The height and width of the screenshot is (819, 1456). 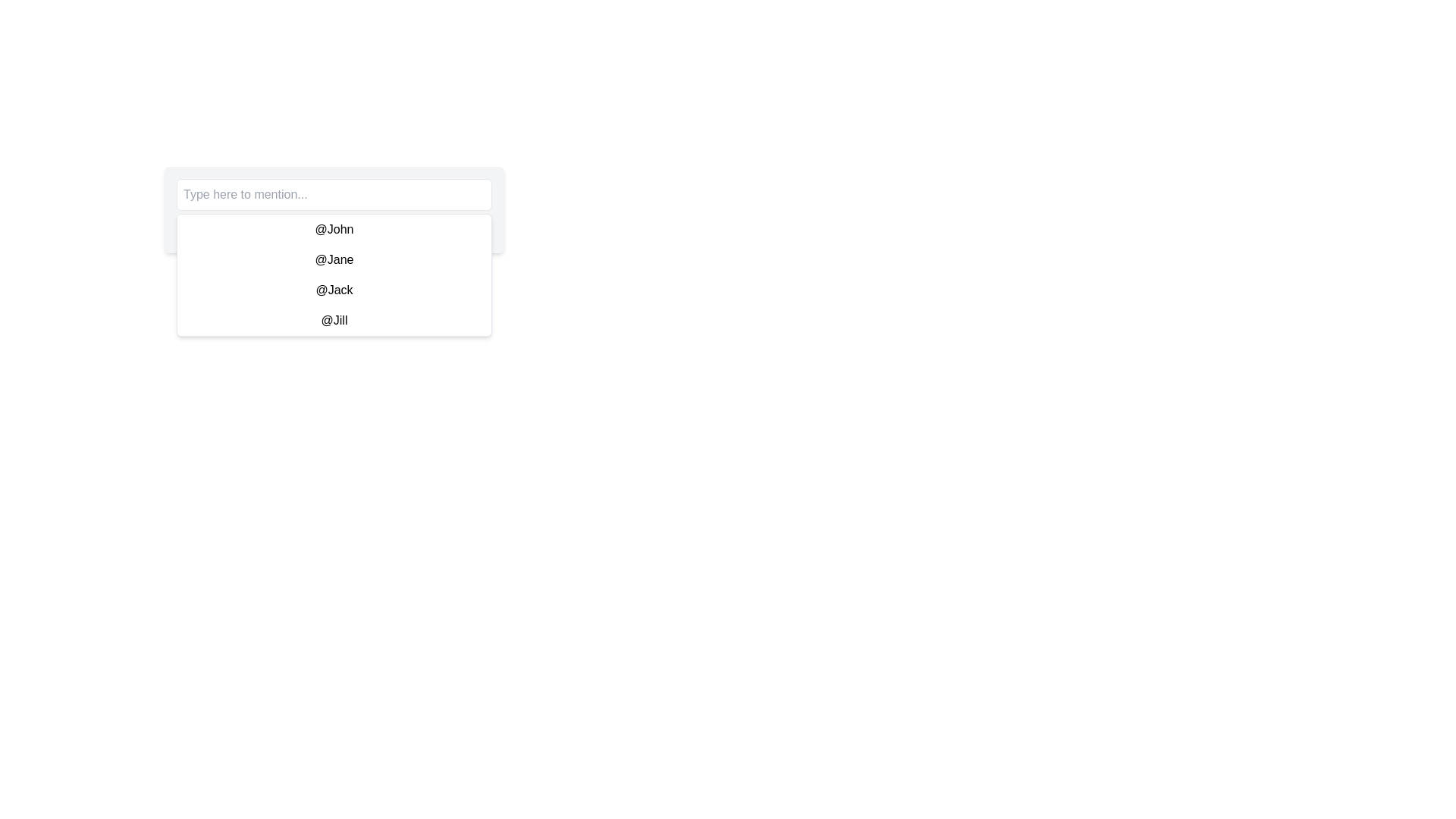 What do you see at coordinates (334, 290) in the screenshot?
I see `the third entry in the dropdown menu` at bounding box center [334, 290].